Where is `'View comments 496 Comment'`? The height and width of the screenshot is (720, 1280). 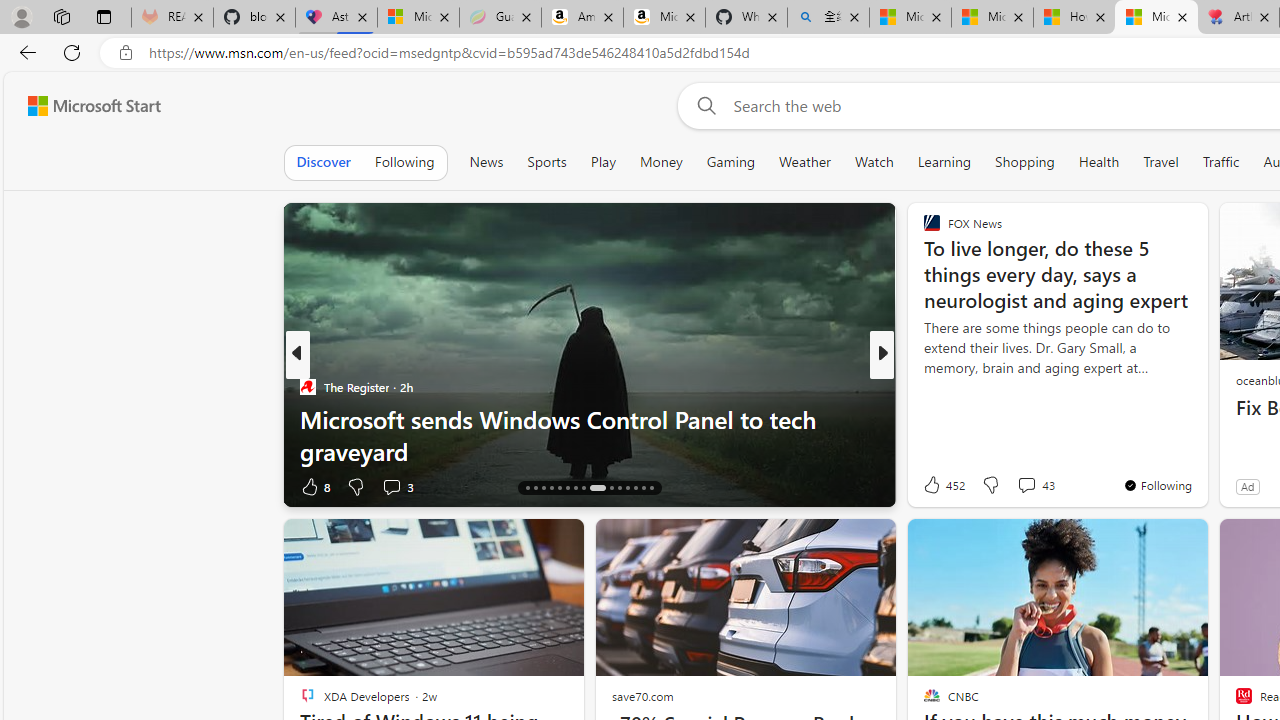
'View comments 496 Comment' is located at coordinates (1013, 486).